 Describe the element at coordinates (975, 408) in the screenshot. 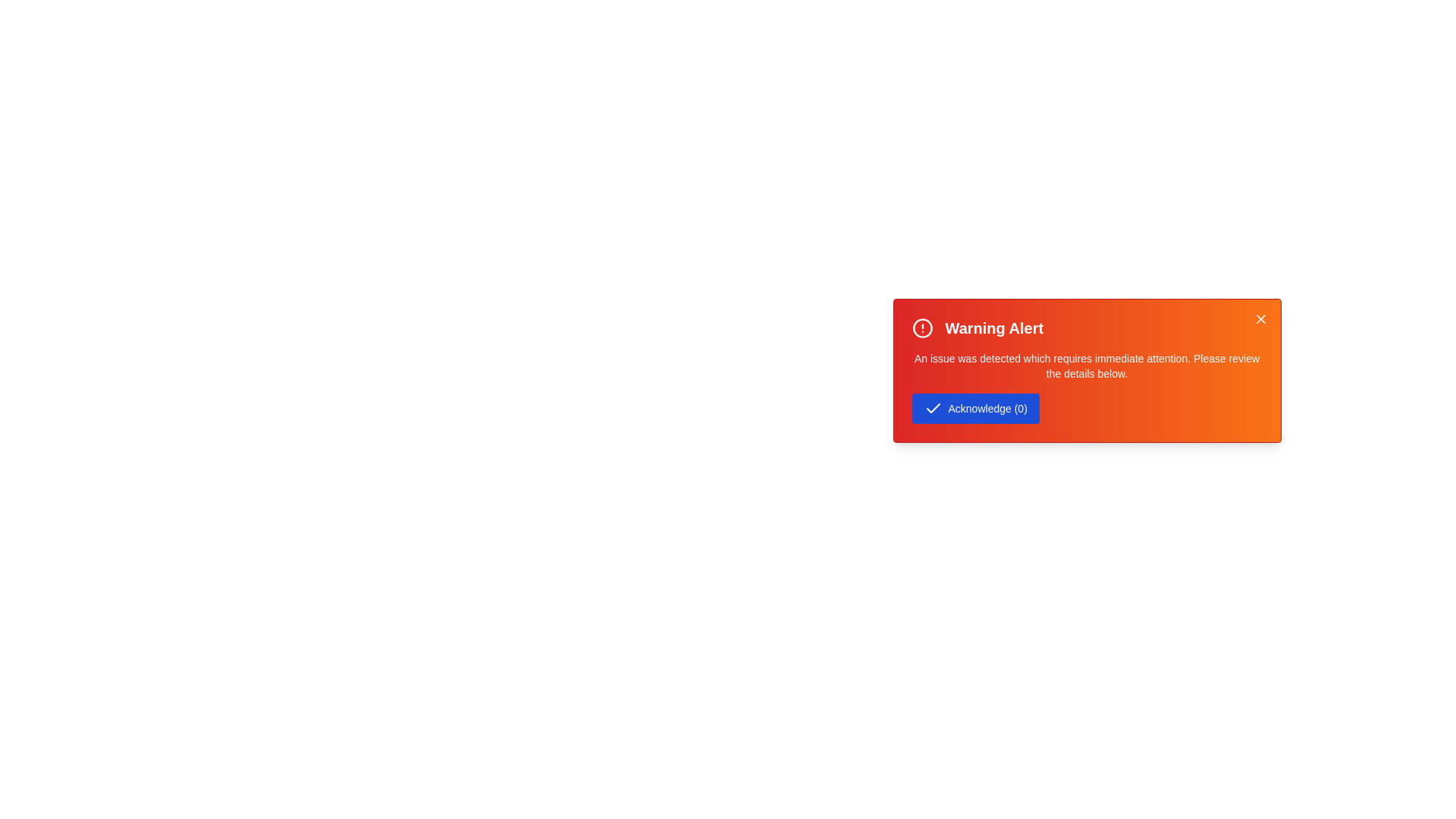

I see `'Acknowledge' button to increment the interaction count` at that location.